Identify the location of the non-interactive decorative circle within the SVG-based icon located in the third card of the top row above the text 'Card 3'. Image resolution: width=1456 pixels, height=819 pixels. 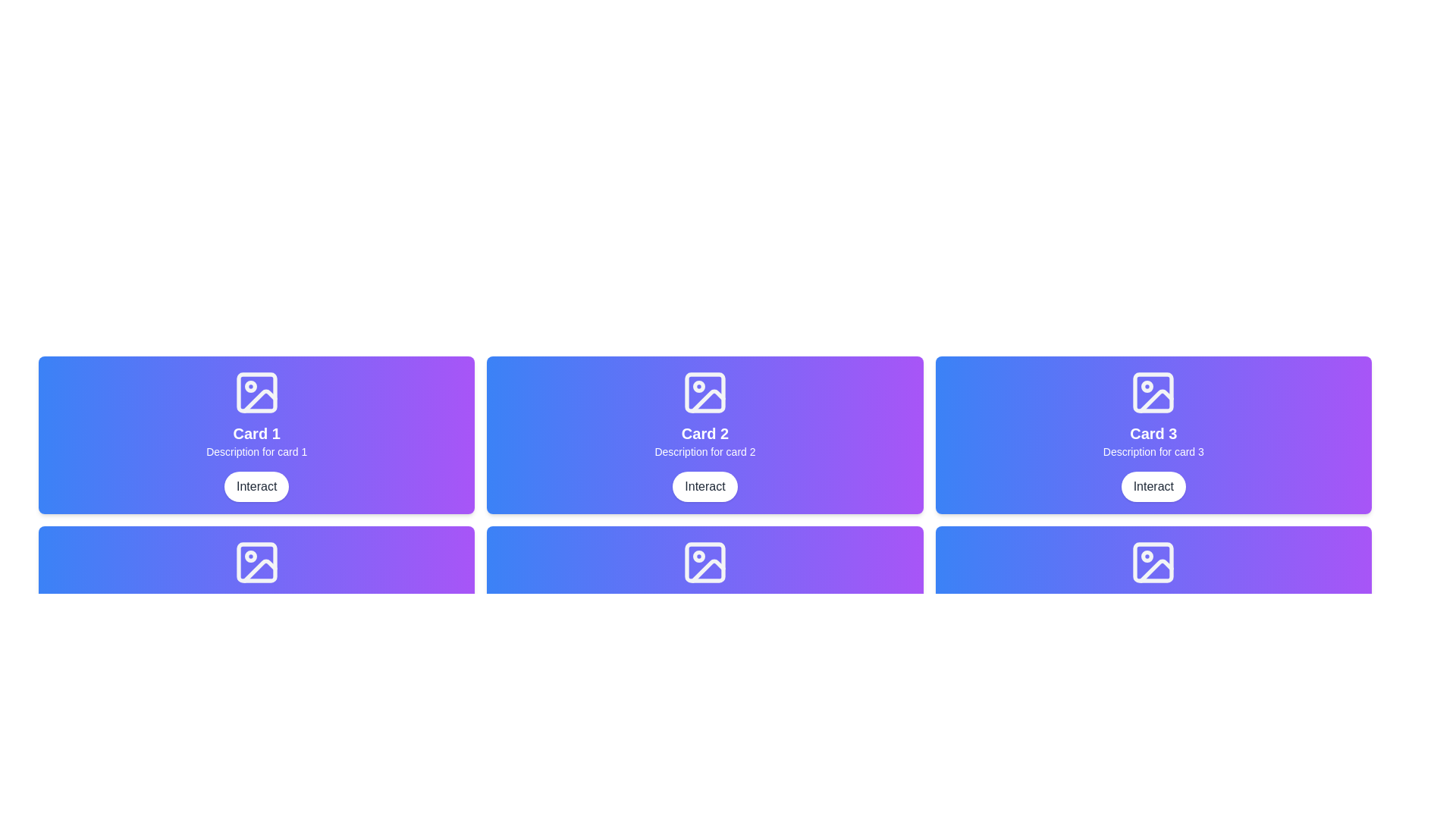
(1147, 385).